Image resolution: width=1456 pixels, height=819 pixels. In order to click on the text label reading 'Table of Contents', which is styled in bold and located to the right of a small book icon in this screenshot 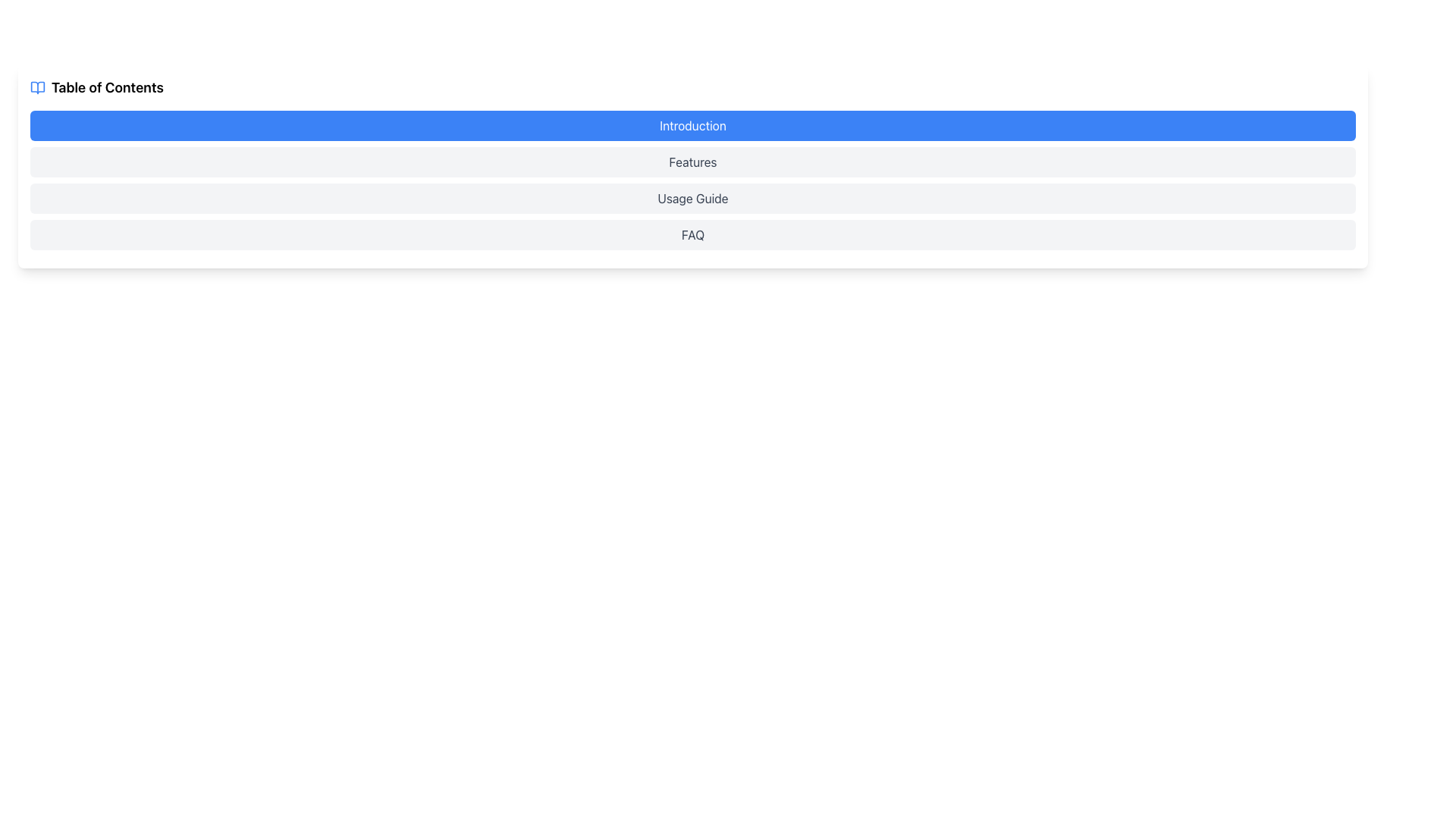, I will do `click(106, 87)`.